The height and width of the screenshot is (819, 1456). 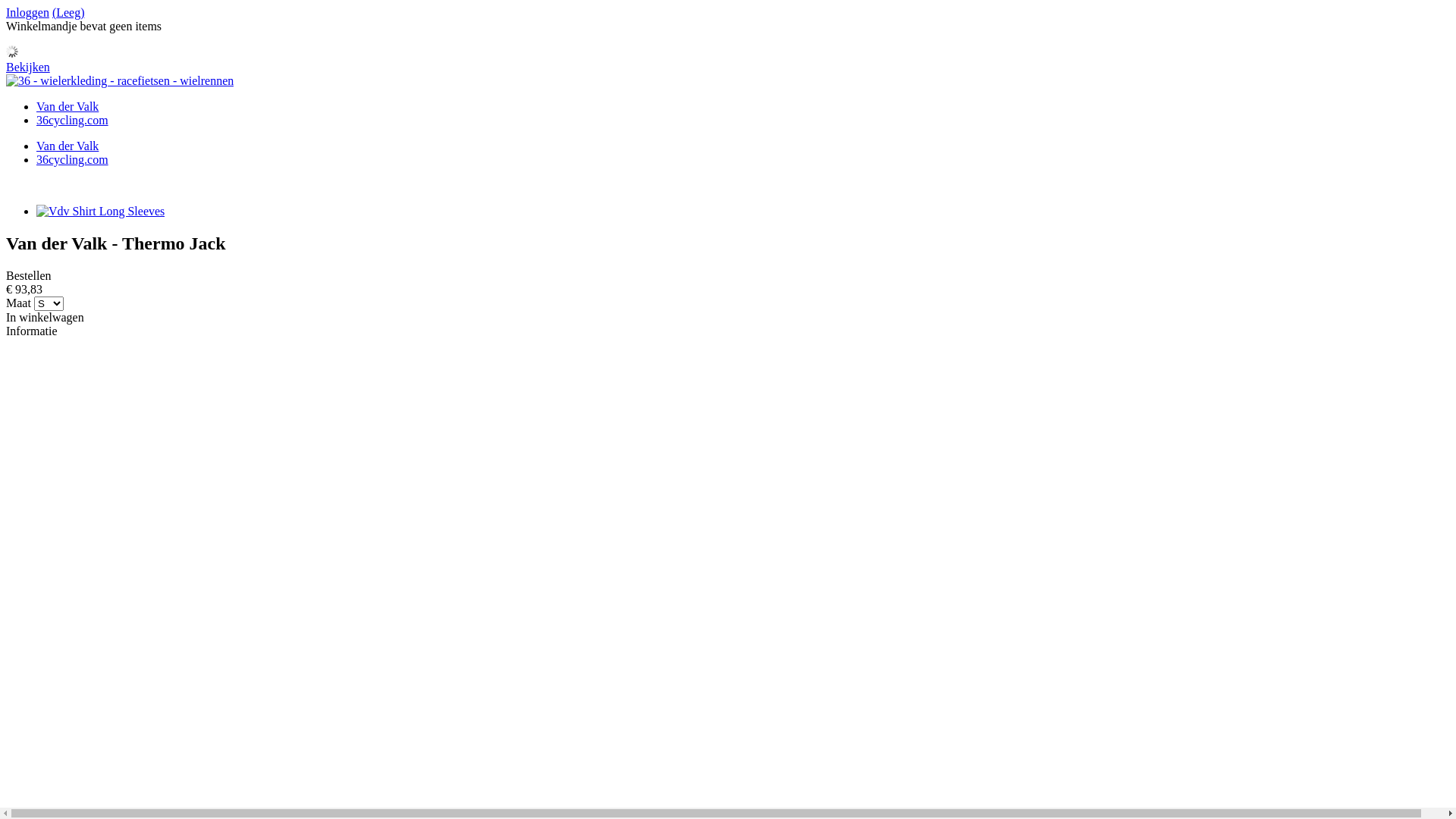 What do you see at coordinates (36, 211) in the screenshot?
I see `'Vdv Shirt Long Sleeves'` at bounding box center [36, 211].